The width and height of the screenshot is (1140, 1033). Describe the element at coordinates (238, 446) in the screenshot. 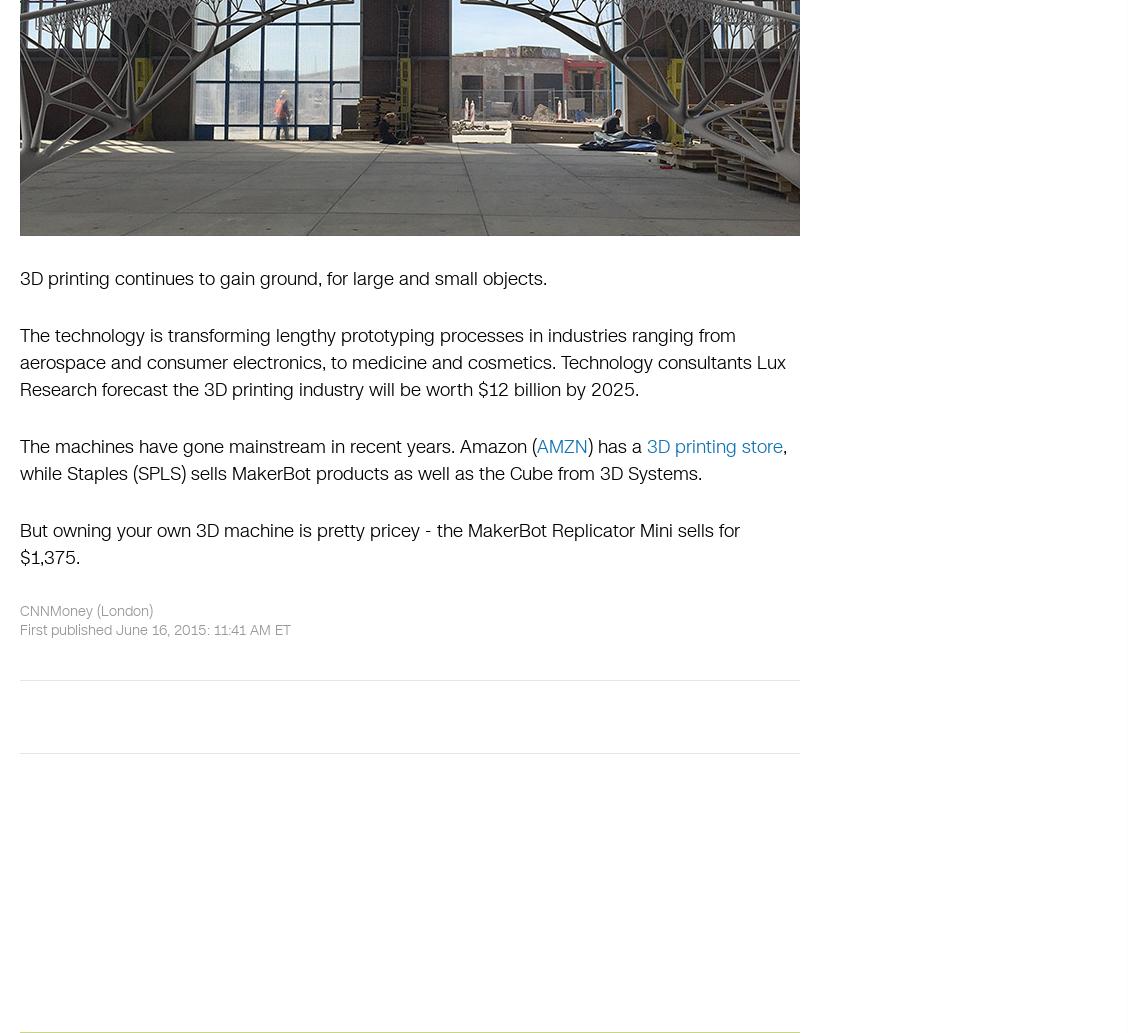

I see `'The machines have gone mainstream in recent years.'` at that location.